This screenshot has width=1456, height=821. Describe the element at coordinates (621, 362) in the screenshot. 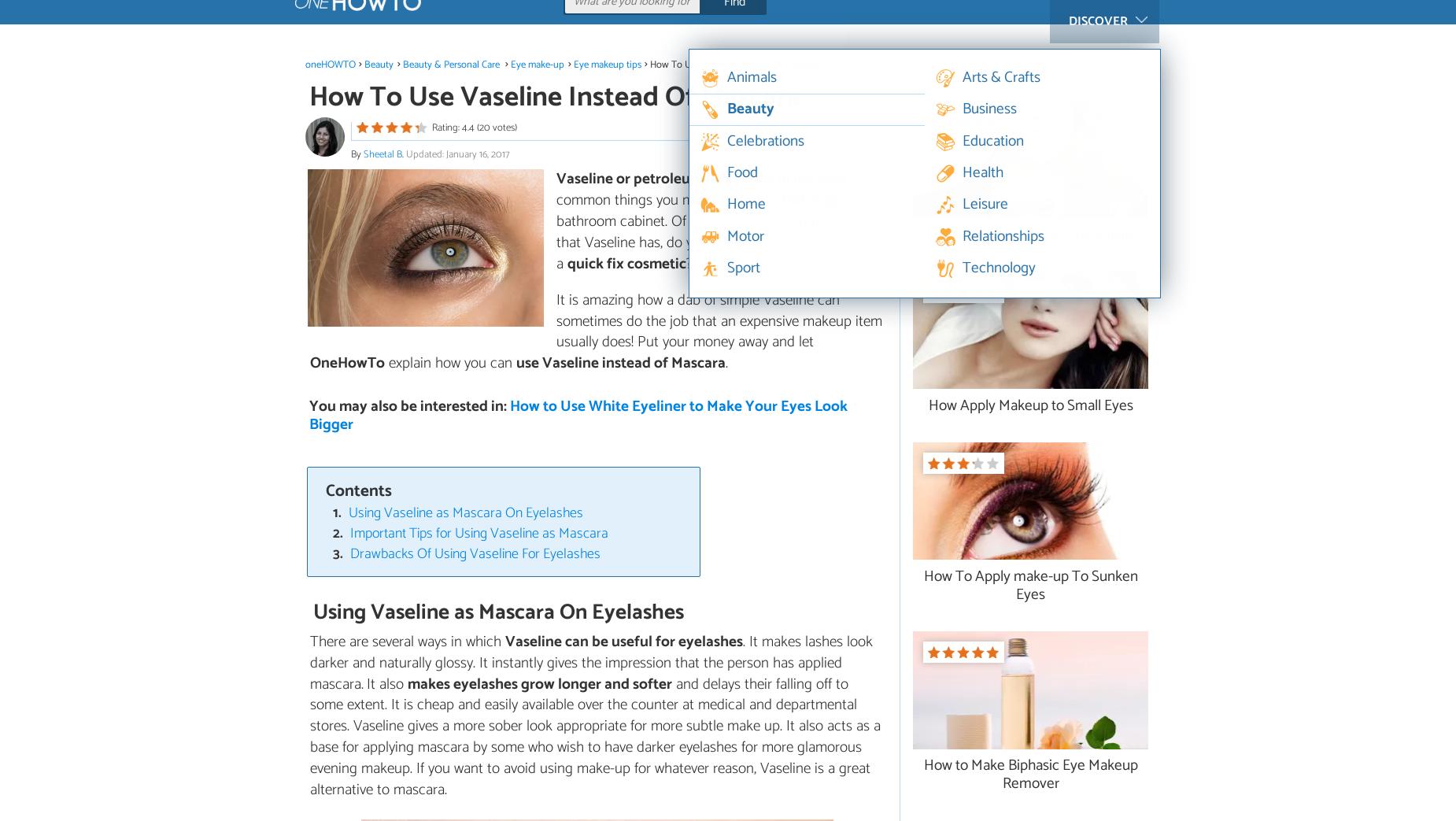

I see `'use Vaseline instead of Mascara'` at that location.